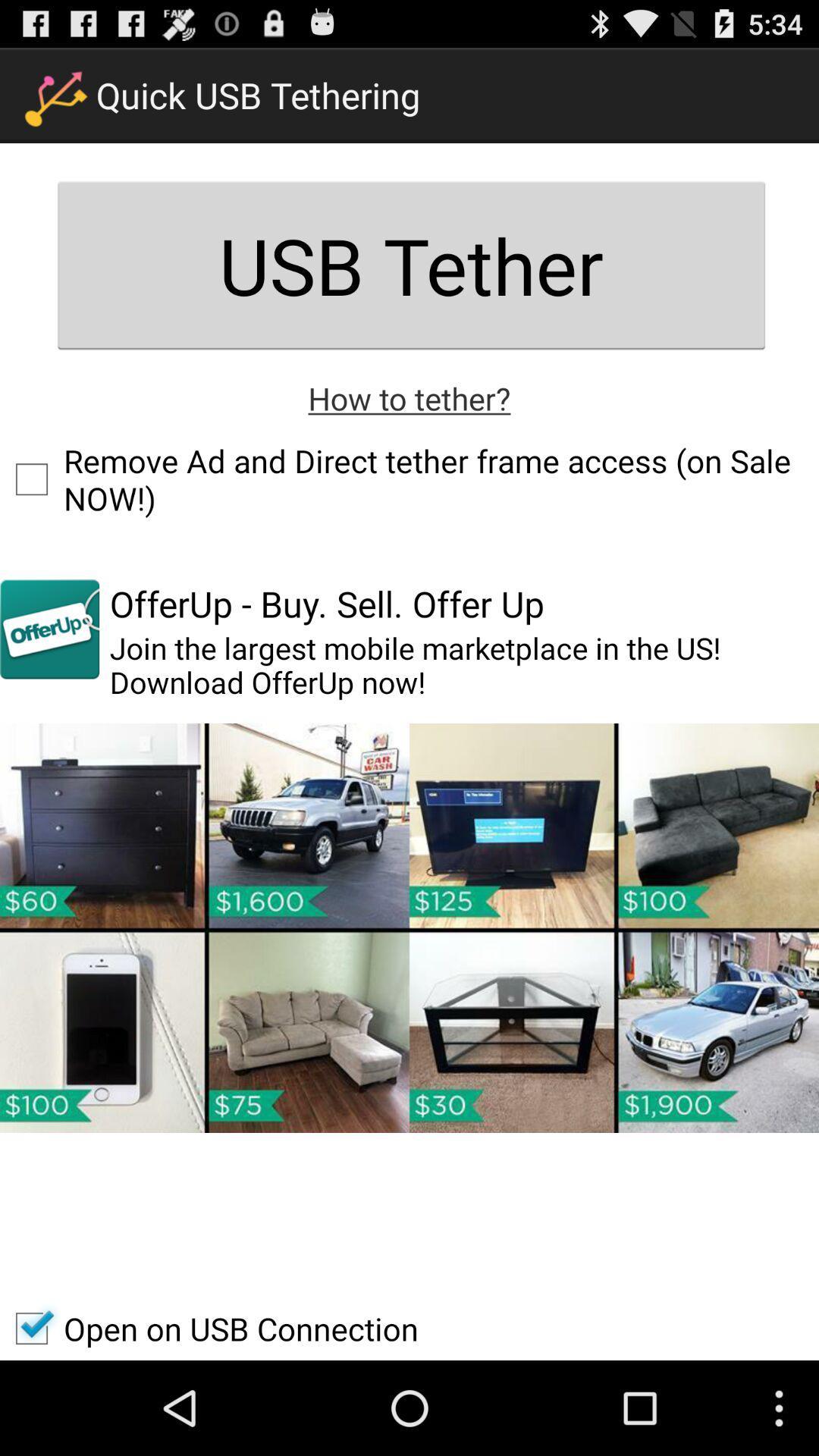  I want to click on the remove ad and, so click(409, 479).